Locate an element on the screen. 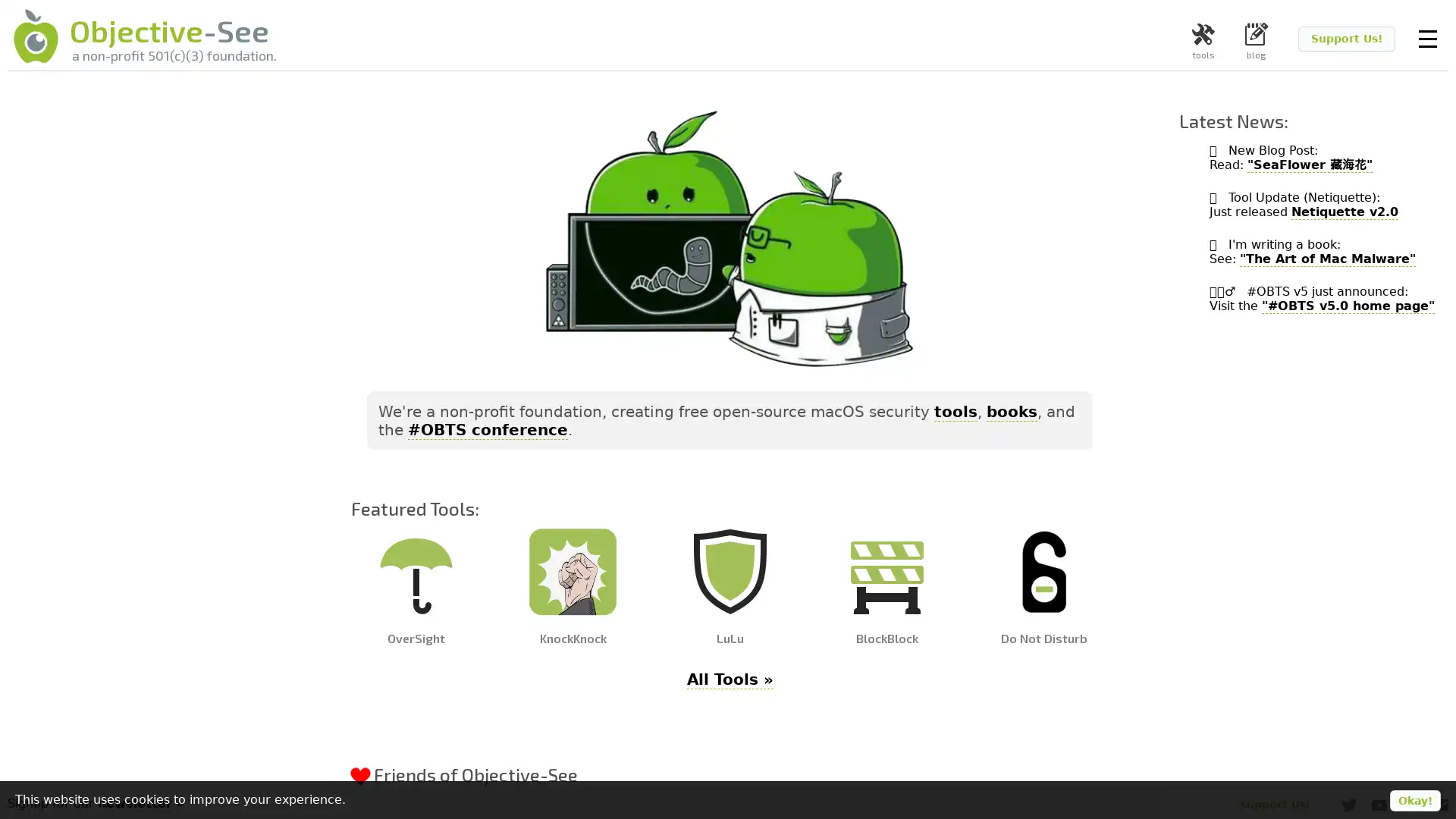 The height and width of the screenshot is (819, 1456). Support Us! is located at coordinates (1274, 803).